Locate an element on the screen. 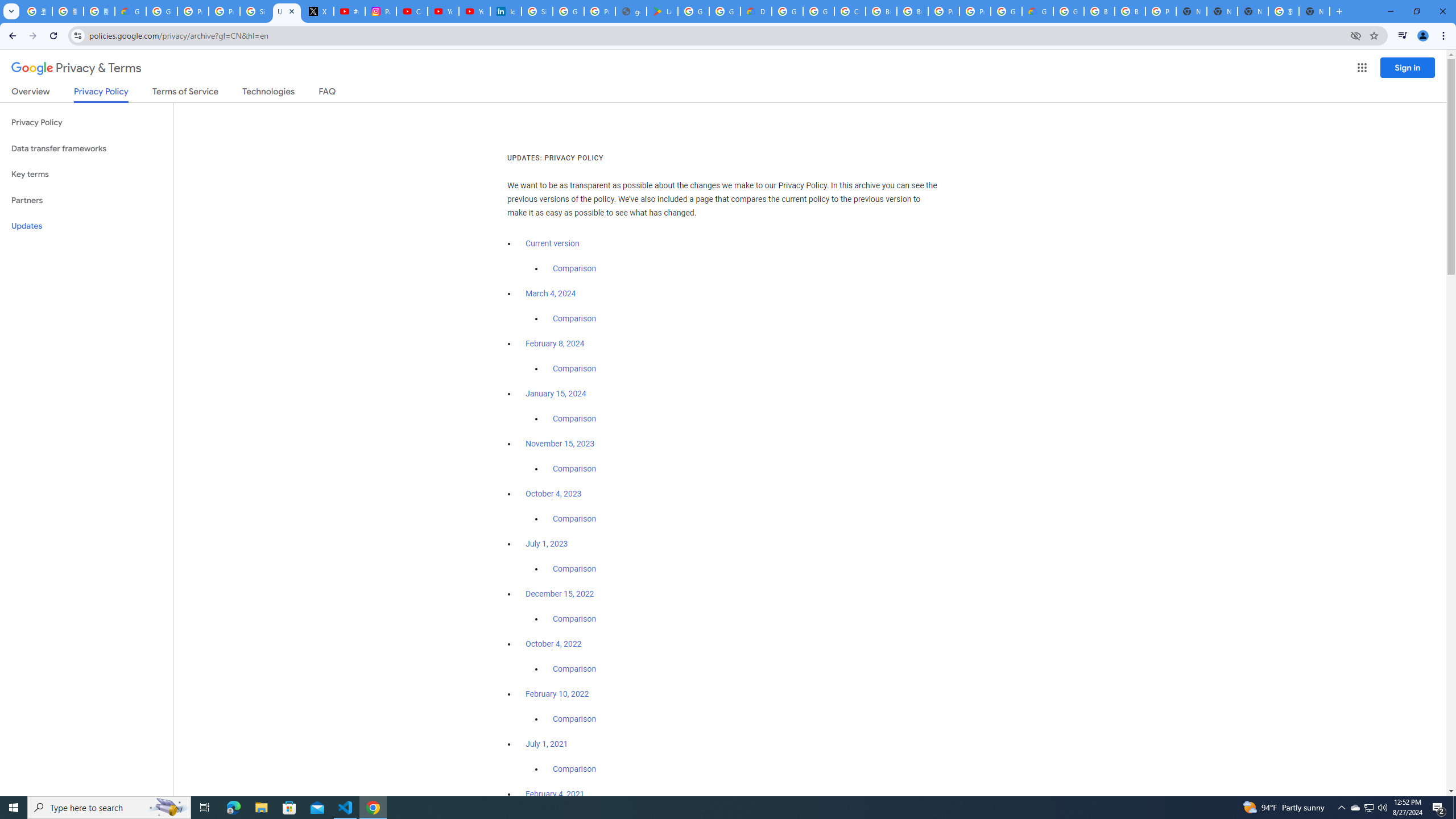  'Google Cloud Privacy Notice' is located at coordinates (130, 11).